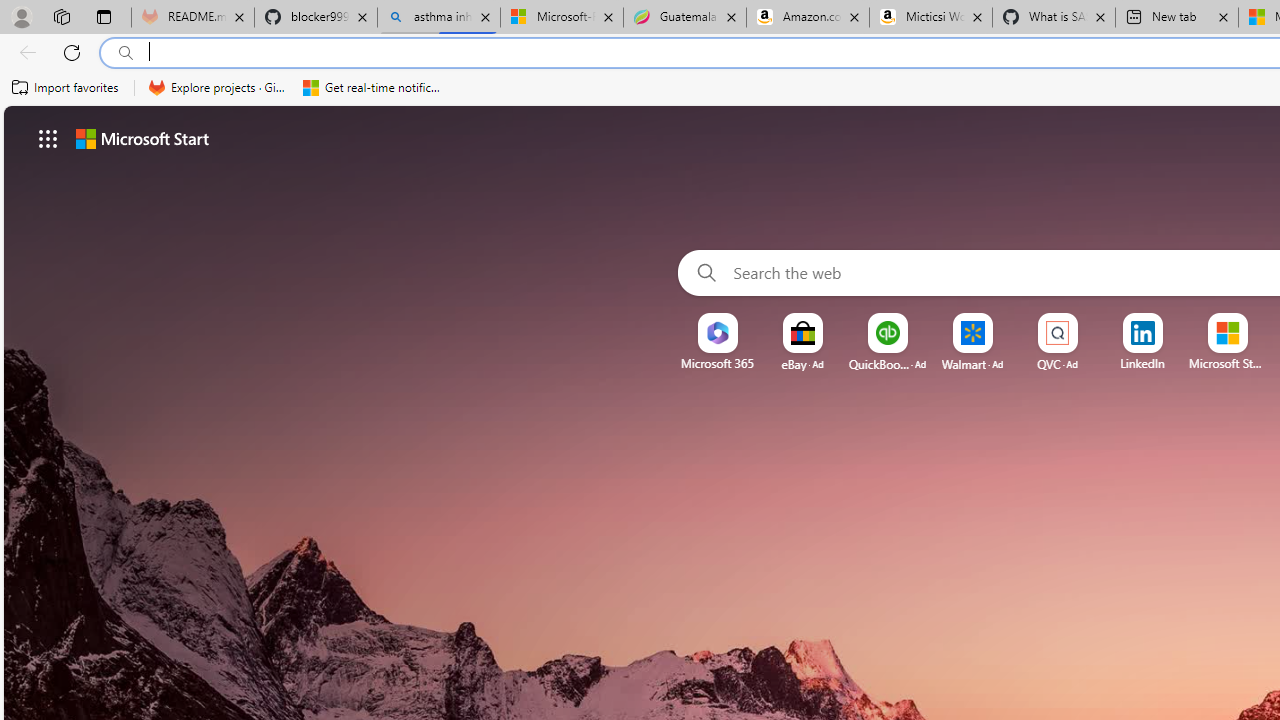 This screenshot has height=720, width=1280. Describe the element at coordinates (65, 87) in the screenshot. I see `'Import favorites'` at that location.